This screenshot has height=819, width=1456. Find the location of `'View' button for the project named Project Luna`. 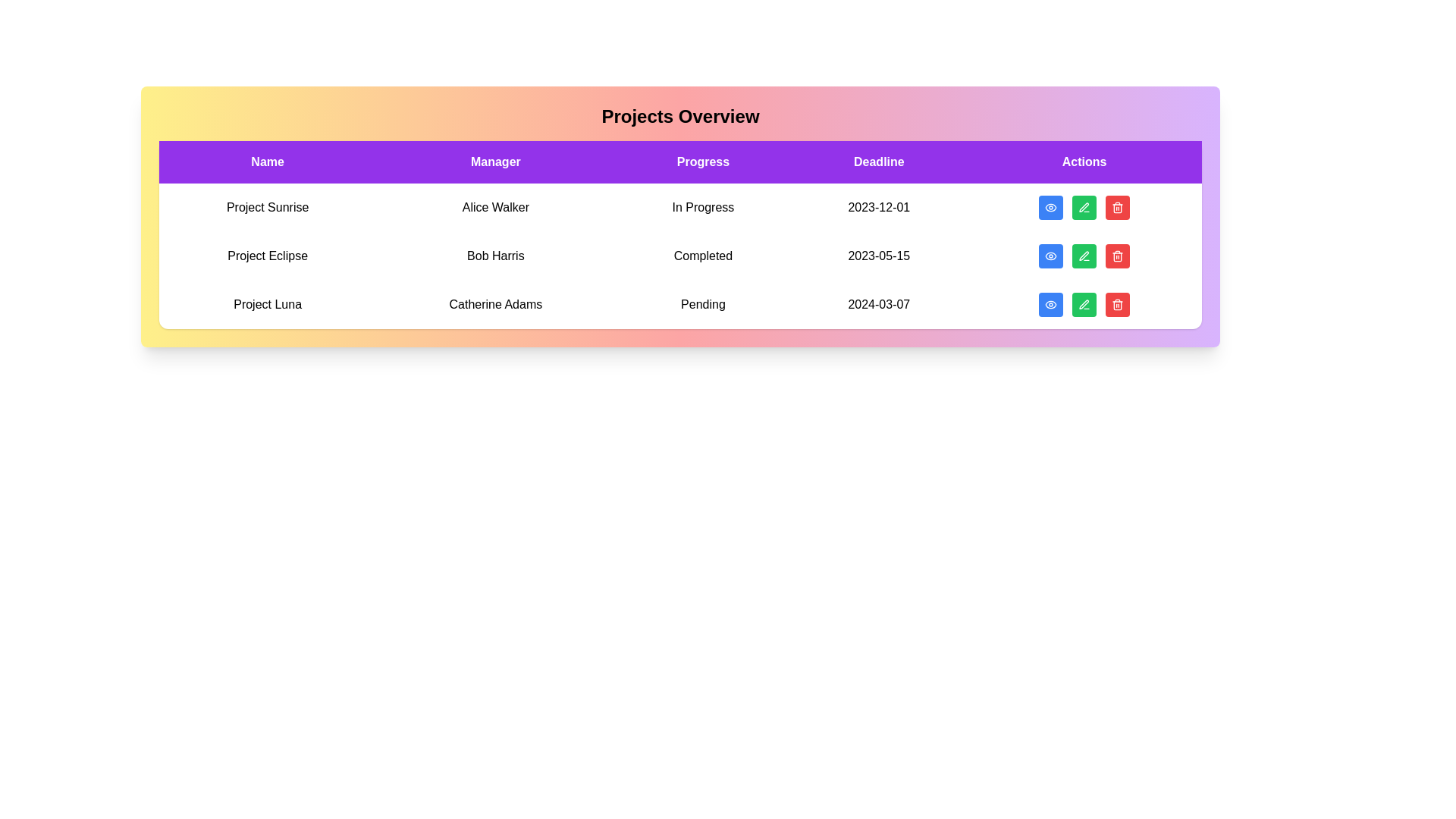

'View' button for the project named Project Luna is located at coordinates (1050, 304).